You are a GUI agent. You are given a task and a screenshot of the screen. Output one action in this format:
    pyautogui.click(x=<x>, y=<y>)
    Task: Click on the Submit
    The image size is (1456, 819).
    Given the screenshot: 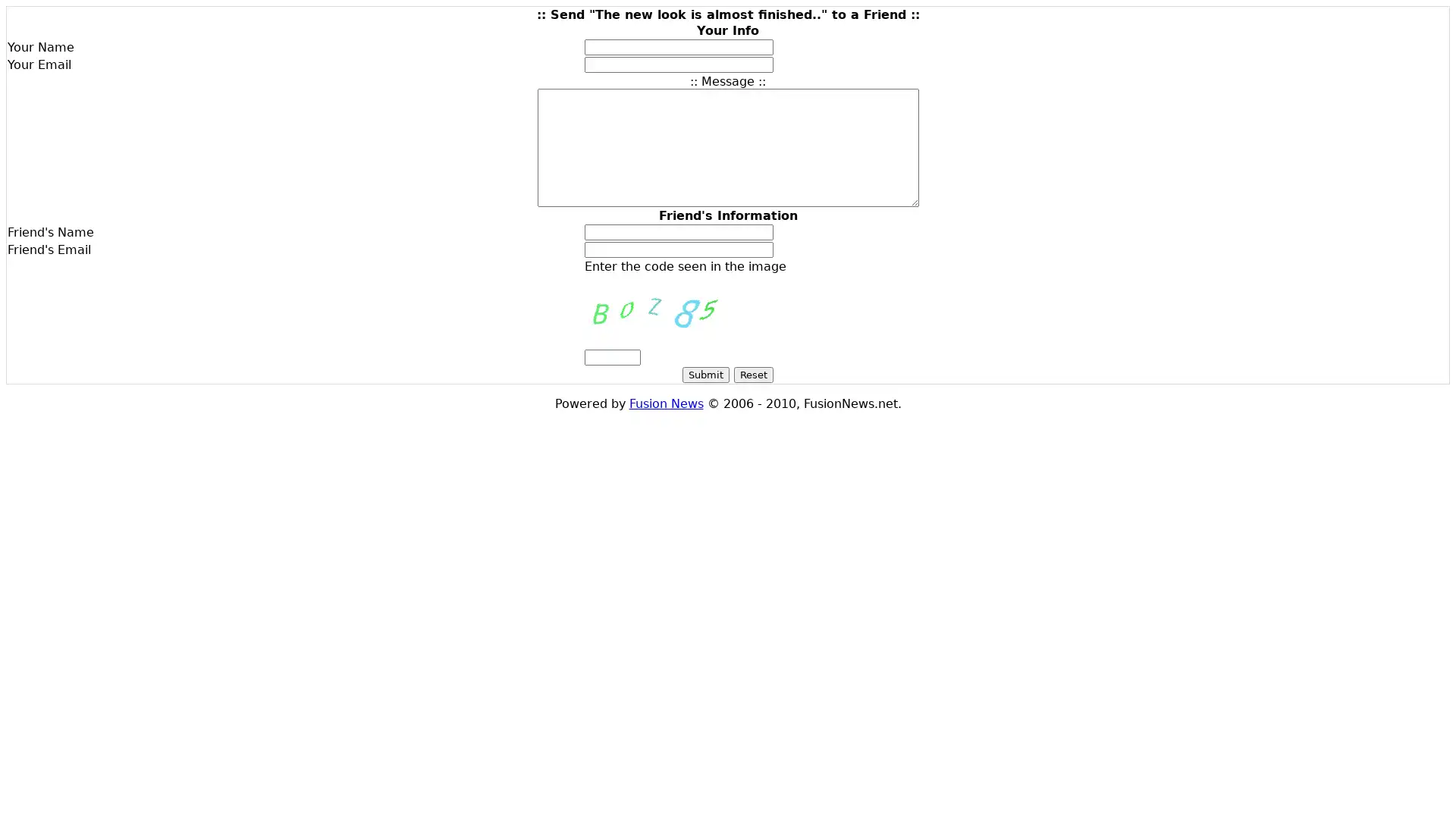 What is the action you would take?
    pyautogui.click(x=705, y=375)
    